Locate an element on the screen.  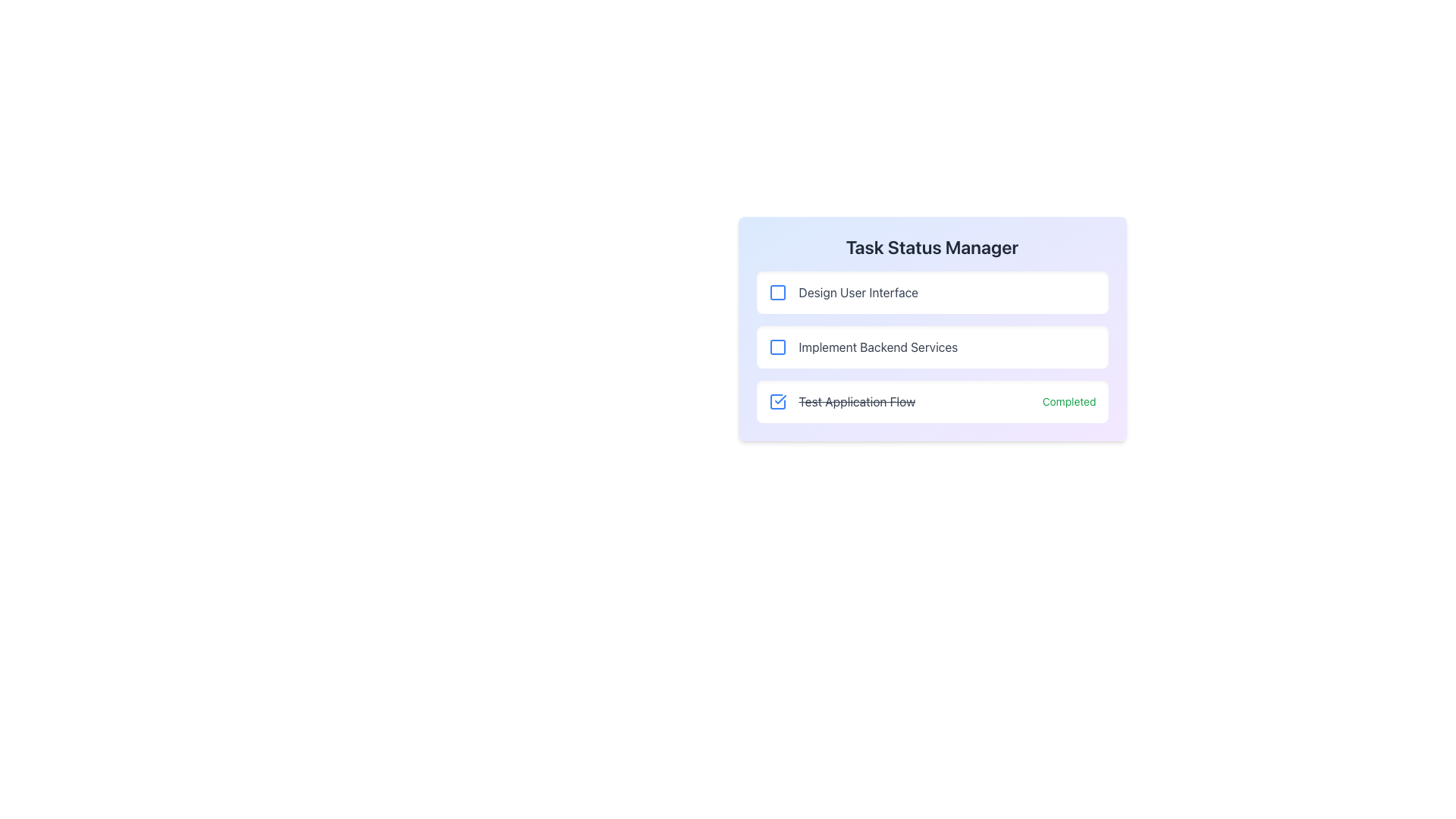
the checkbox icon located to the left of the text label 'Test Application Flow' in the third entry of the task list is located at coordinates (777, 400).